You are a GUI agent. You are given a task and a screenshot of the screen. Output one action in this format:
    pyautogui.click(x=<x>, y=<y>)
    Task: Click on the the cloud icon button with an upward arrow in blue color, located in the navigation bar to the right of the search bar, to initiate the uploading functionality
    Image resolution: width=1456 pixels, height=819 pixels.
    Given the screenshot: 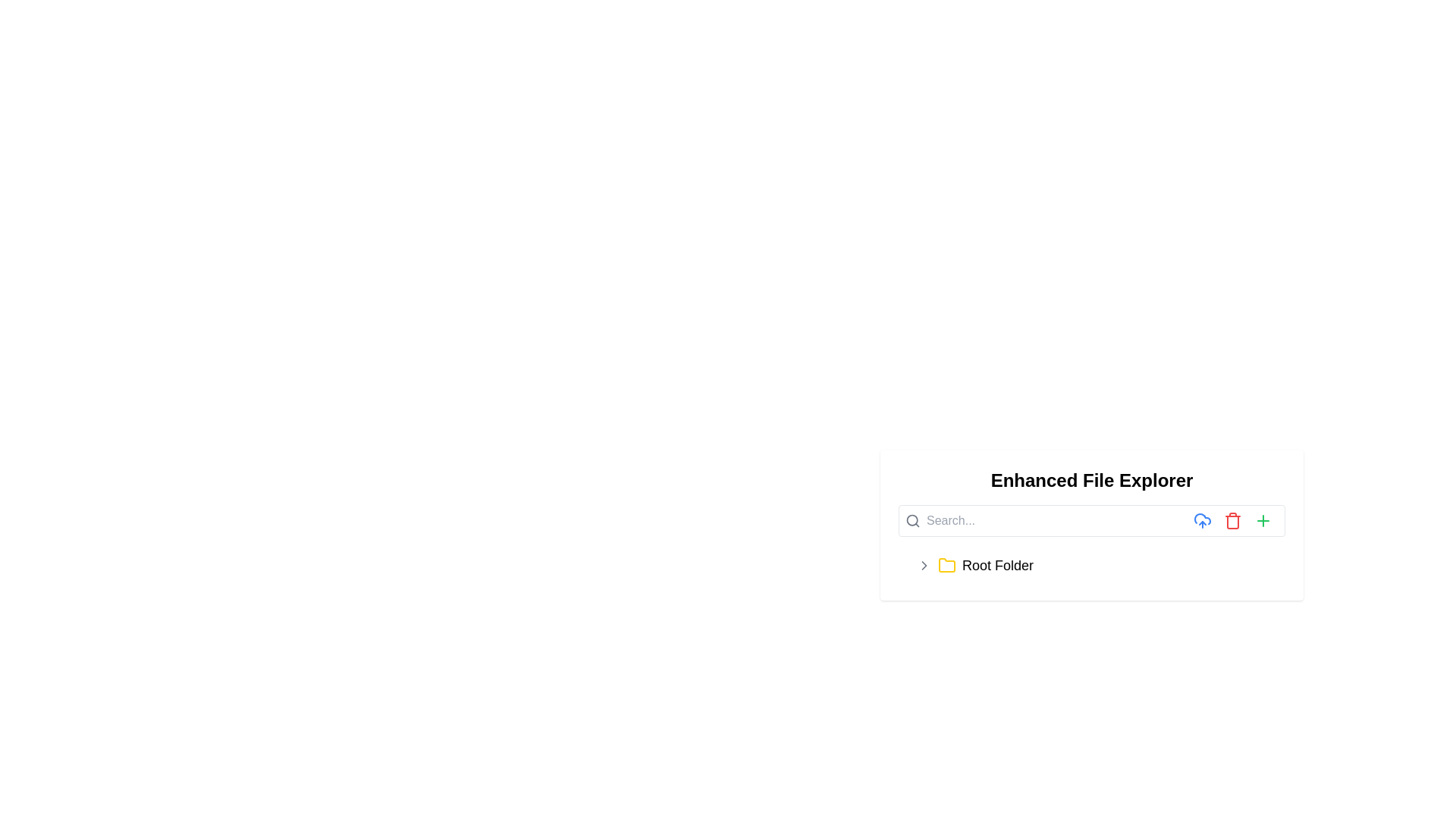 What is the action you would take?
    pyautogui.click(x=1201, y=519)
    